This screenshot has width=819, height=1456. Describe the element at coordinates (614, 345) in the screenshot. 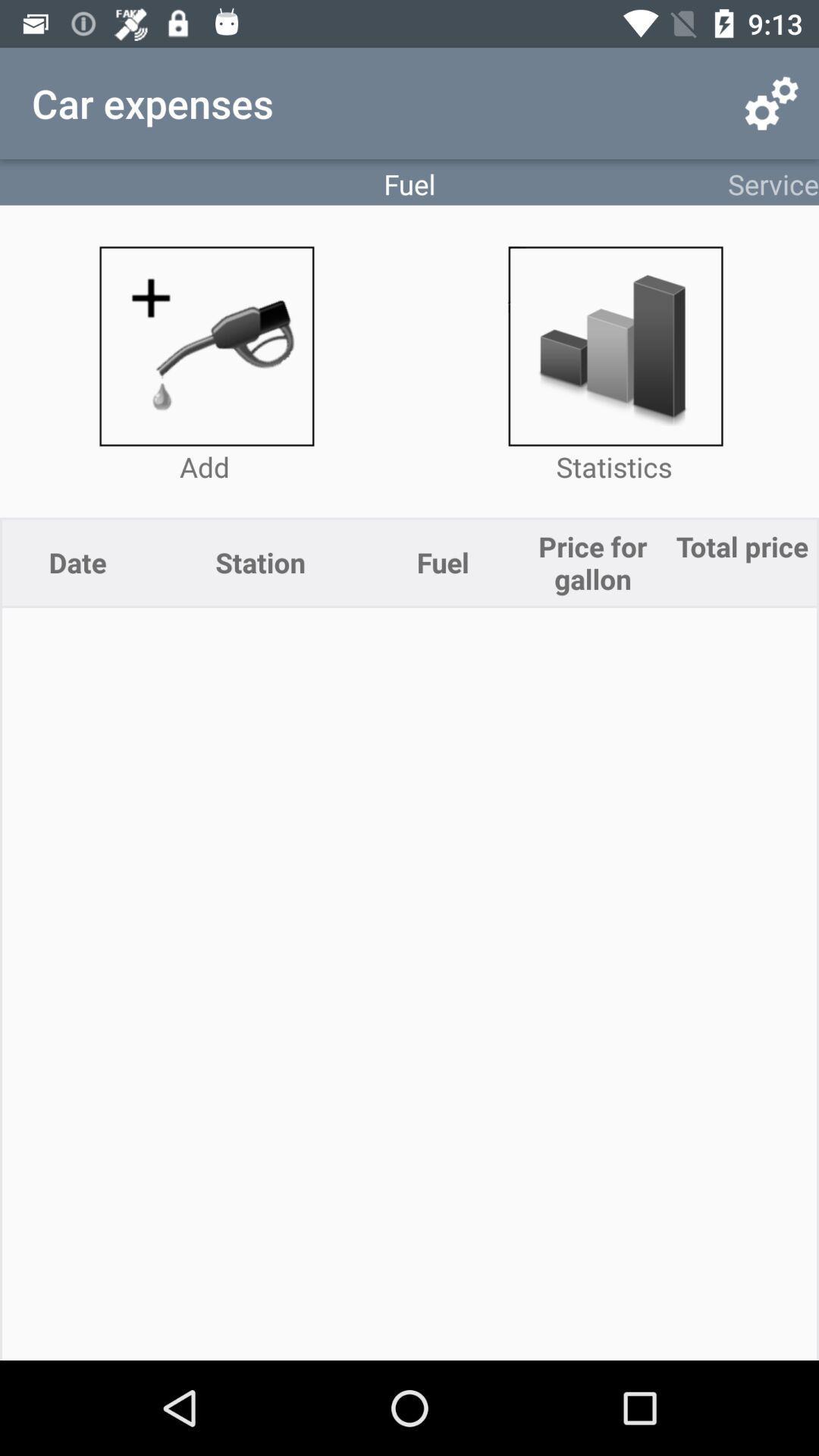

I see `statistics` at that location.